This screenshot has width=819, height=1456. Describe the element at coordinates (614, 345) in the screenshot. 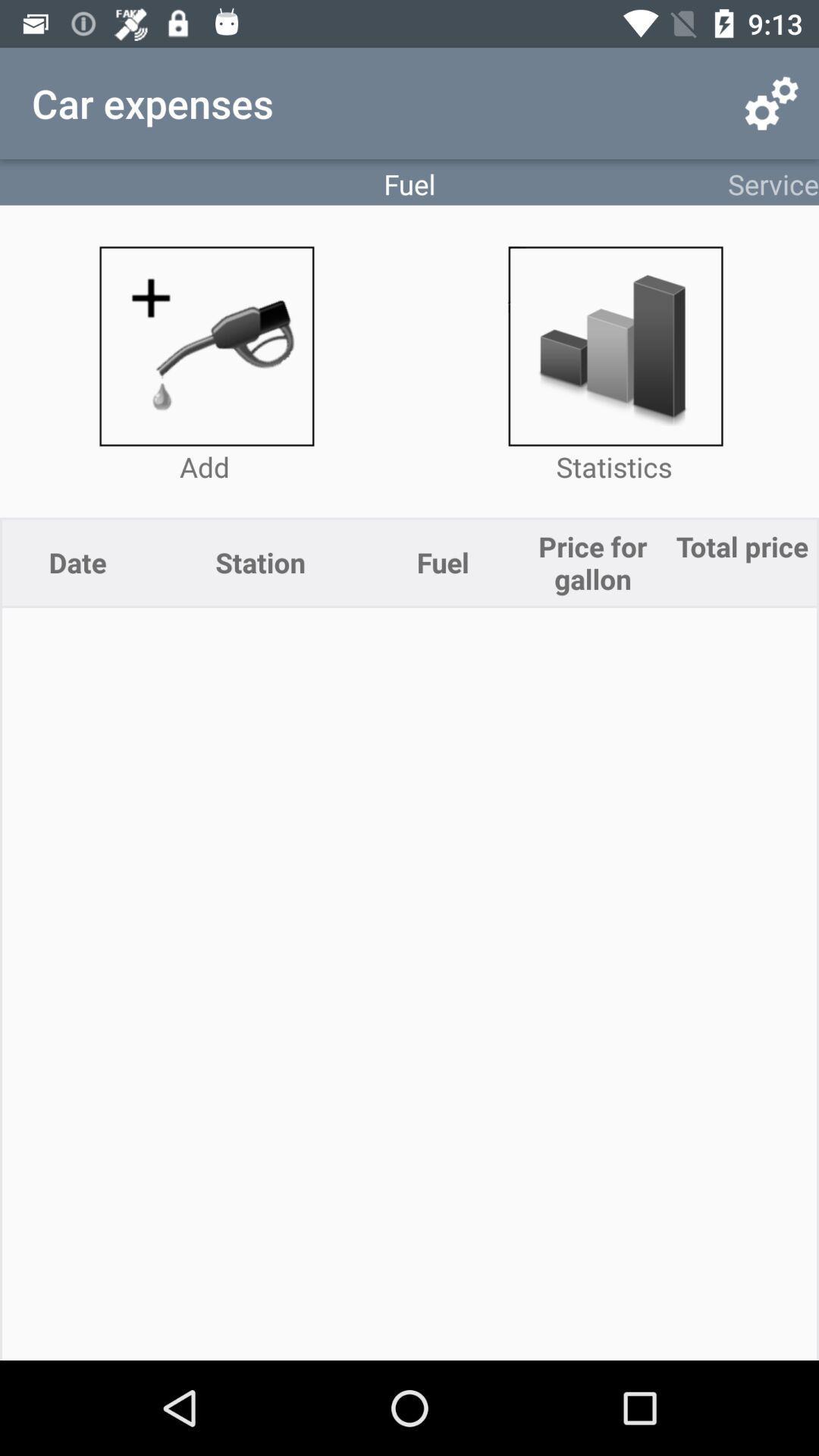

I see `statistics` at that location.